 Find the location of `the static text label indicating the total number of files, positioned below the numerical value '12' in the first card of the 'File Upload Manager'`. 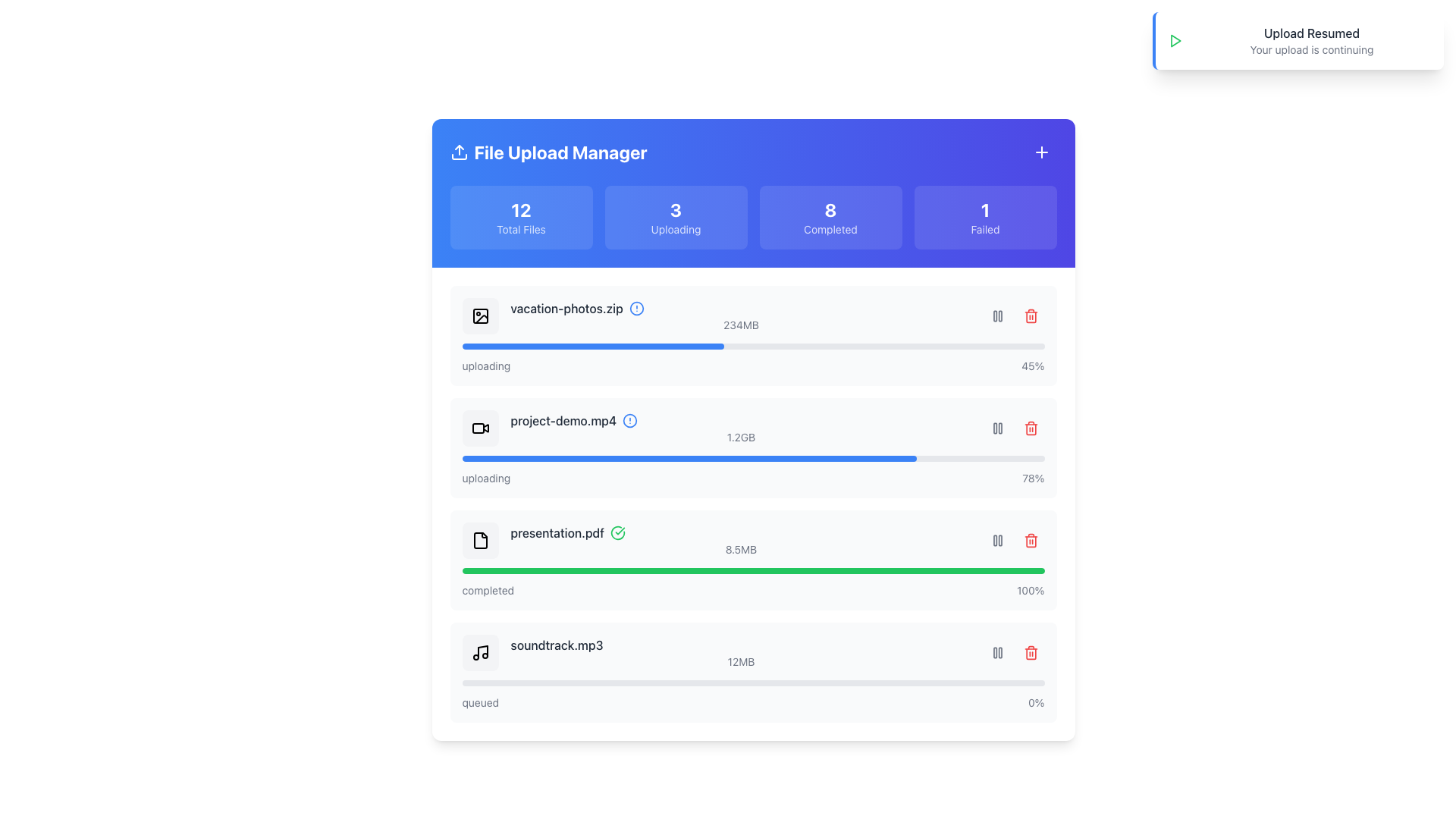

the static text label indicating the total number of files, positioned below the numerical value '12' in the first card of the 'File Upload Manager' is located at coordinates (521, 230).